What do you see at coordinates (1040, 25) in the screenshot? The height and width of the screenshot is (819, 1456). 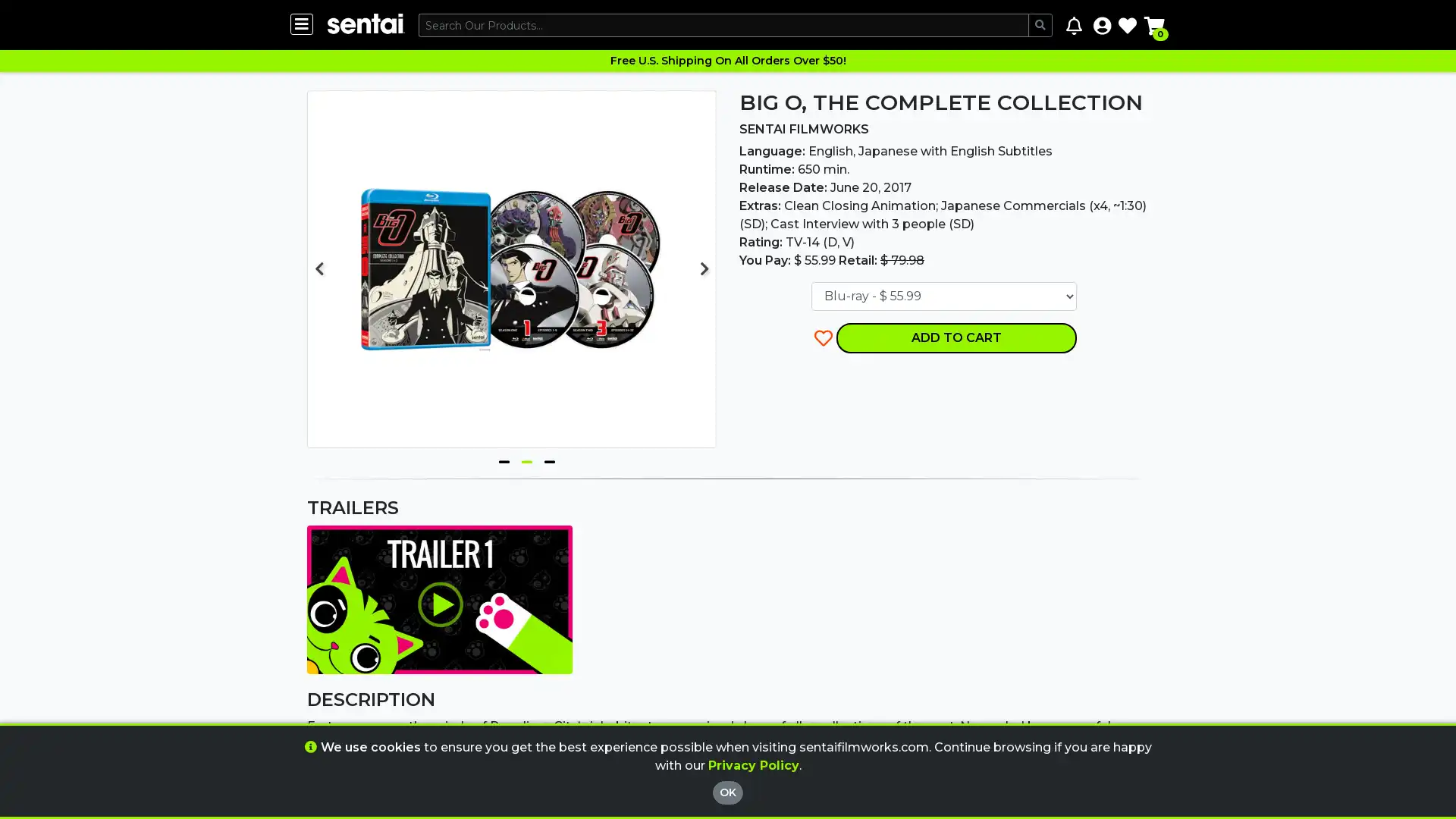 I see `Search Button` at bounding box center [1040, 25].